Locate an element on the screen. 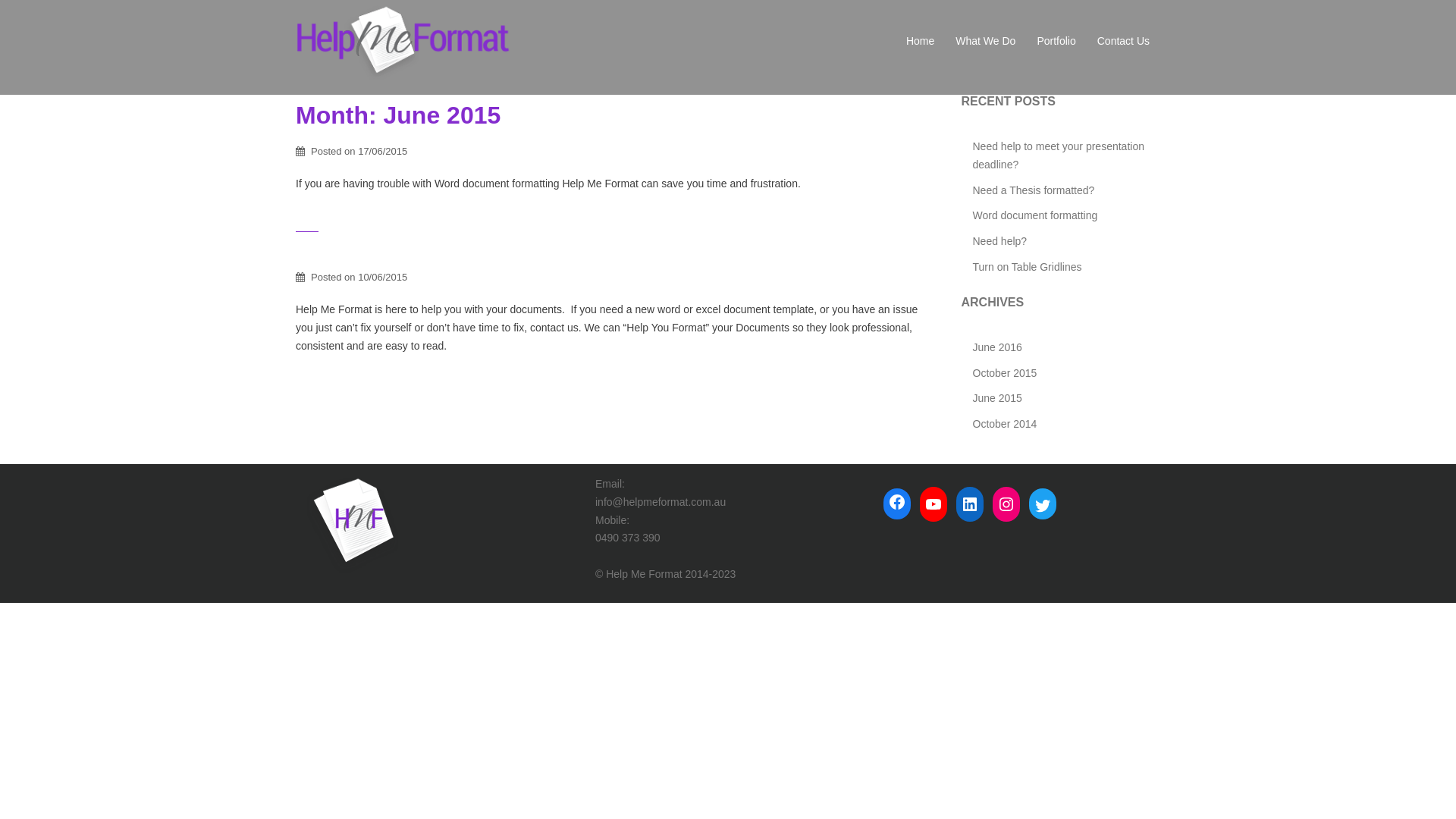 This screenshot has width=1456, height=819. 'Word document formatting' is located at coordinates (971, 215).